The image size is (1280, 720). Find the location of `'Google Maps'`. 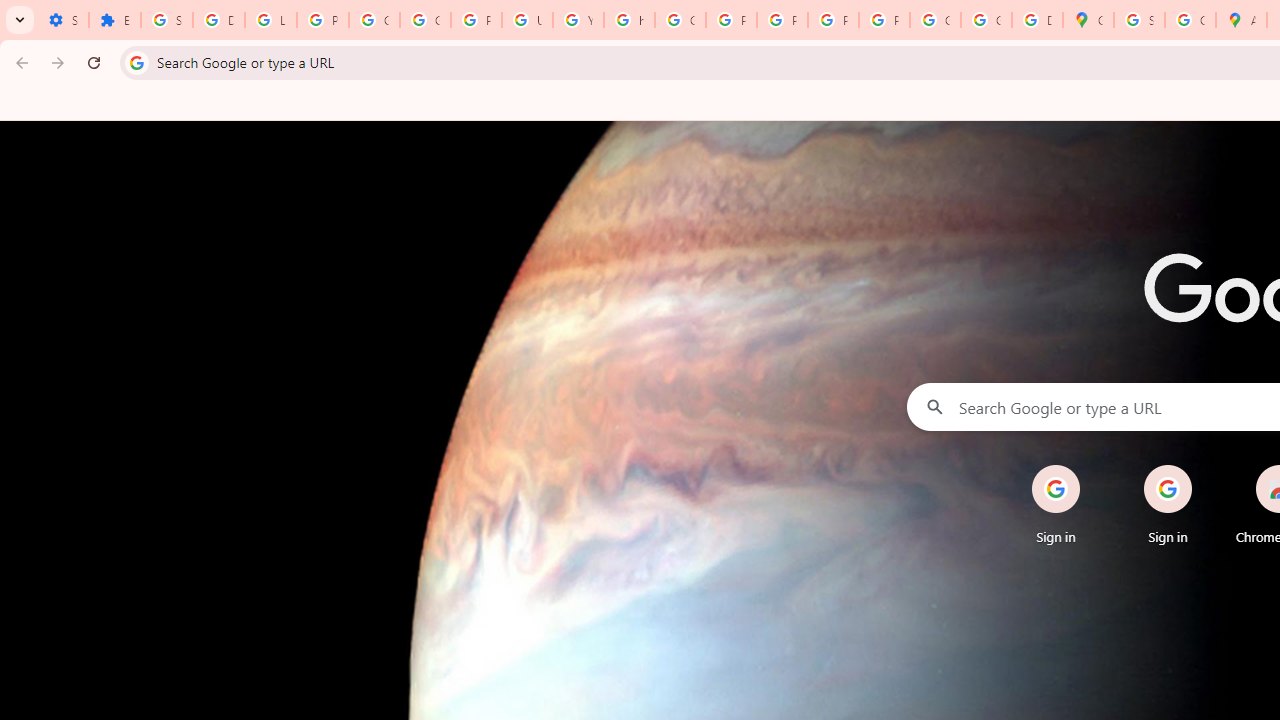

'Google Maps' is located at coordinates (1087, 20).